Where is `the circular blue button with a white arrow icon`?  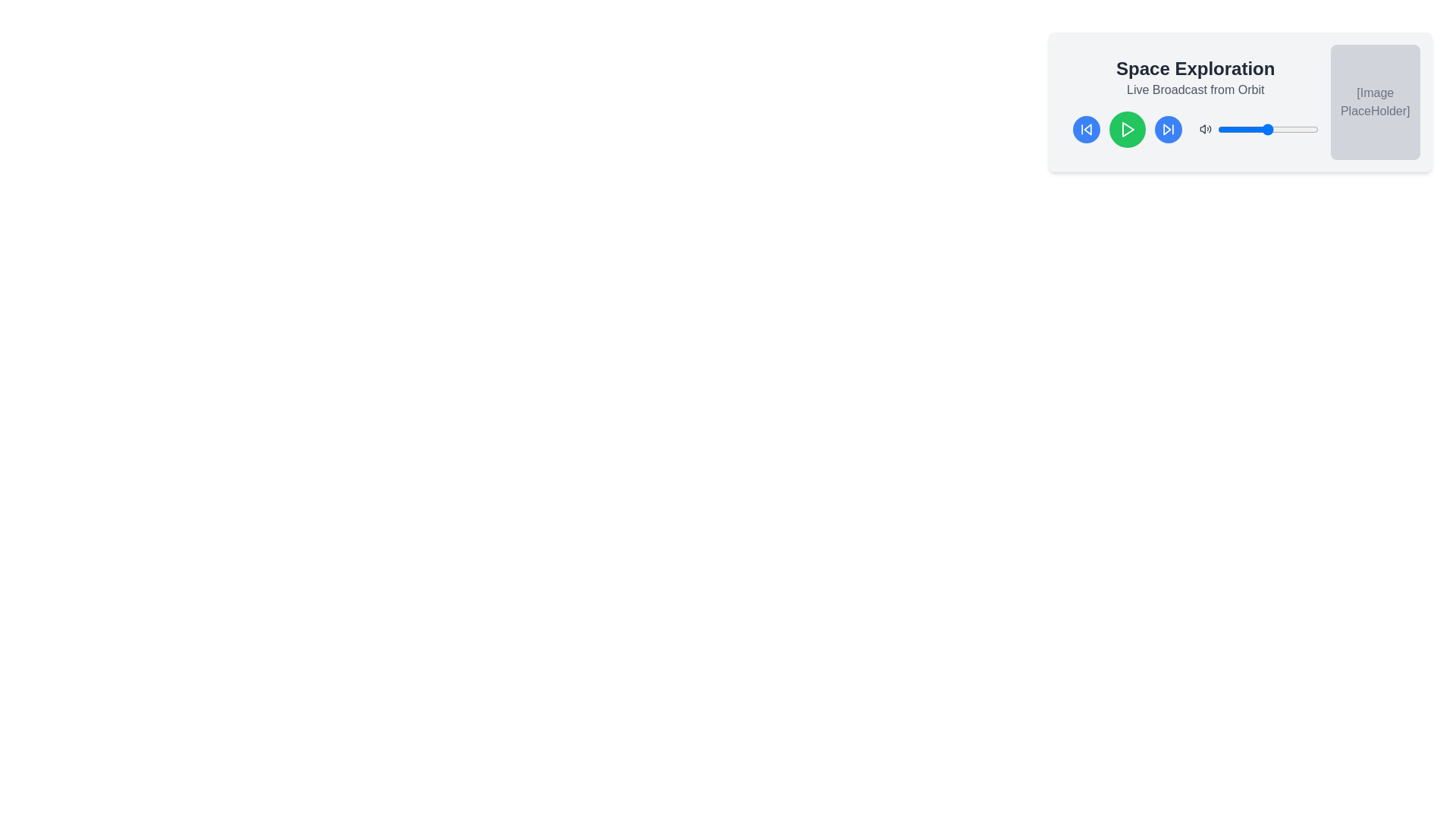 the circular blue button with a white arrow icon is located at coordinates (1167, 128).